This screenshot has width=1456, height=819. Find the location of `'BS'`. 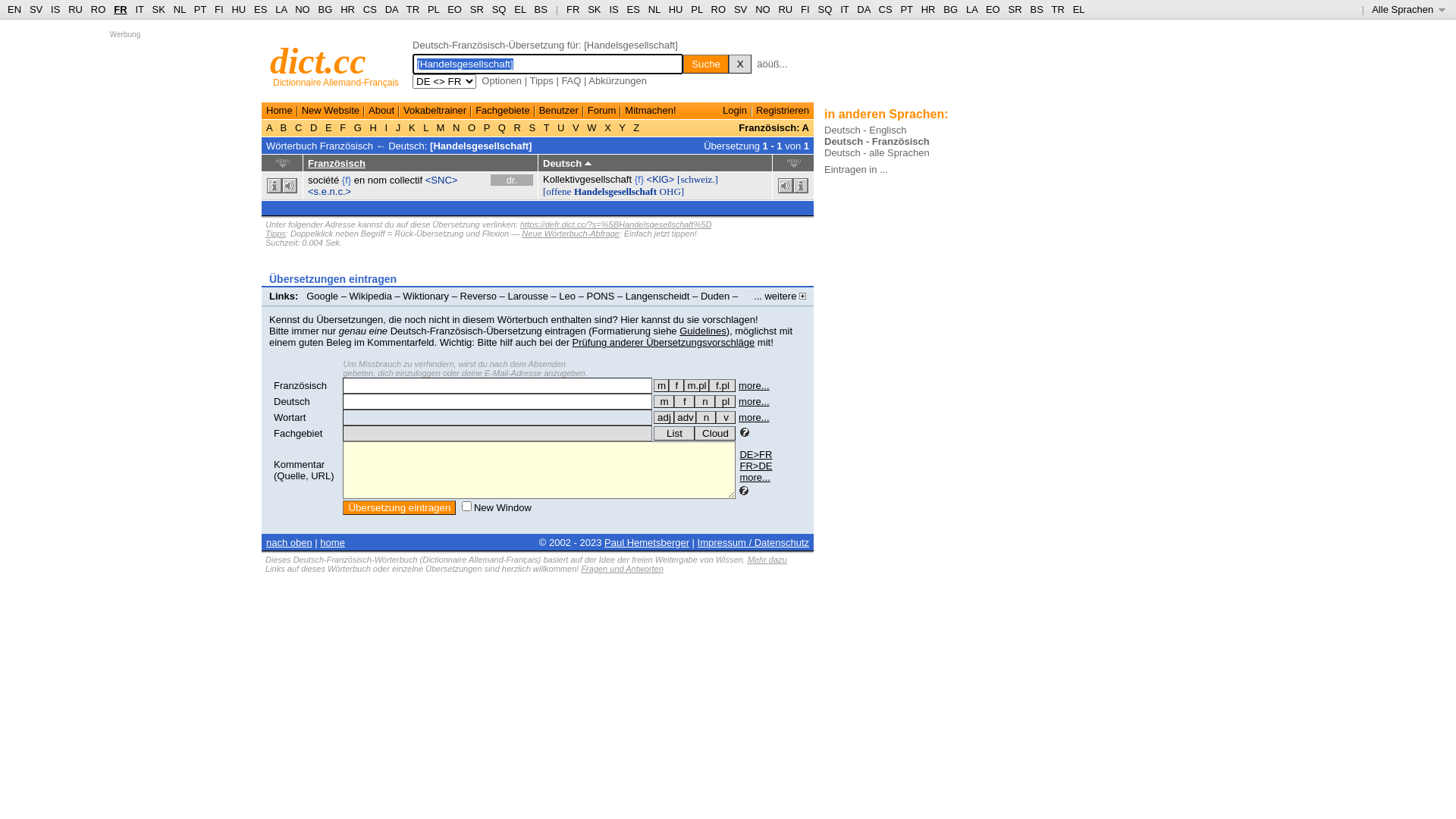

'BS' is located at coordinates (541, 9).